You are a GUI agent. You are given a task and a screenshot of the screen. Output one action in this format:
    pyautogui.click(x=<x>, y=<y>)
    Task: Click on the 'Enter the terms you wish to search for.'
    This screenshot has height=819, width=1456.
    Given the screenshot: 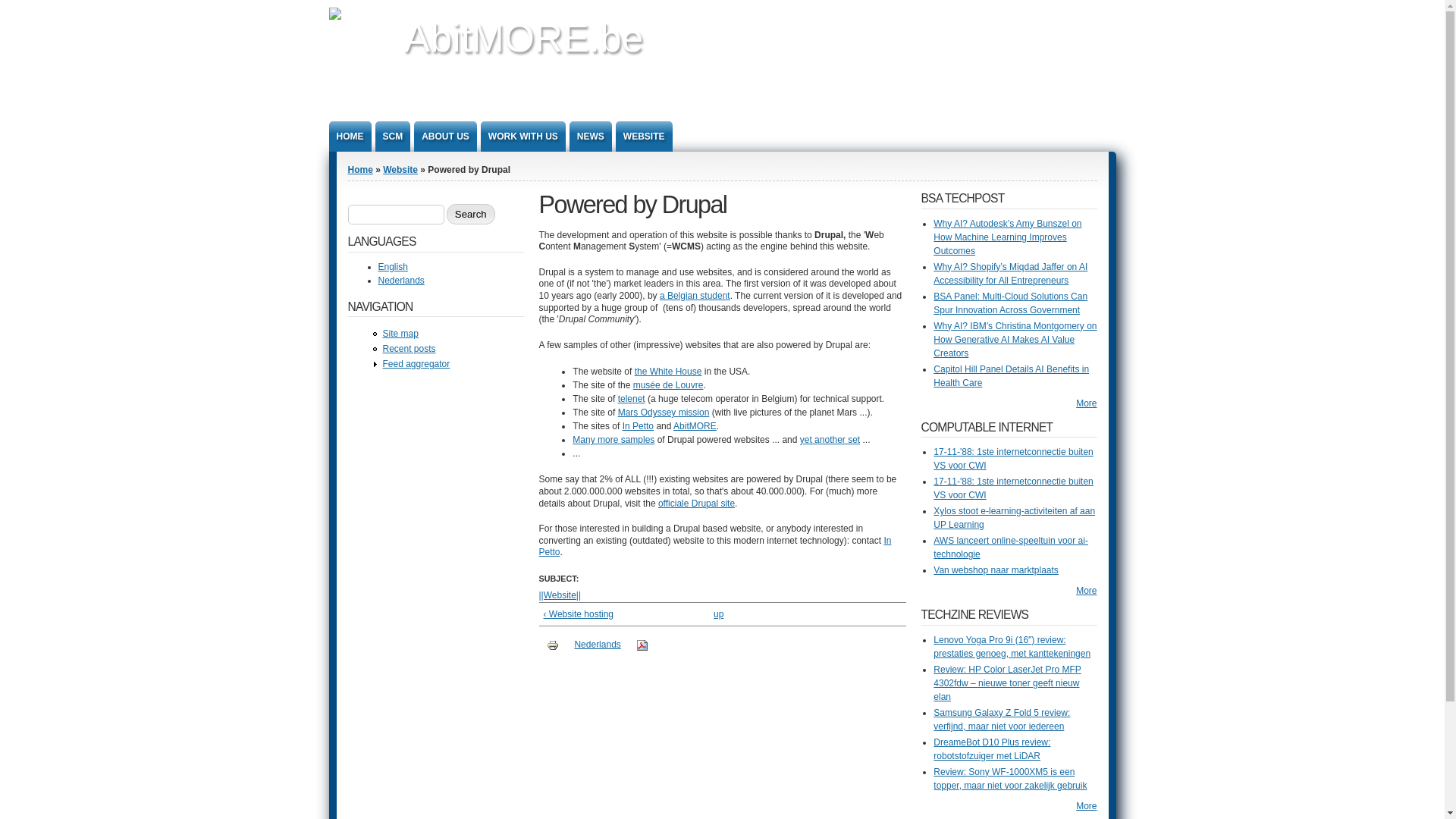 What is the action you would take?
    pyautogui.click(x=395, y=214)
    